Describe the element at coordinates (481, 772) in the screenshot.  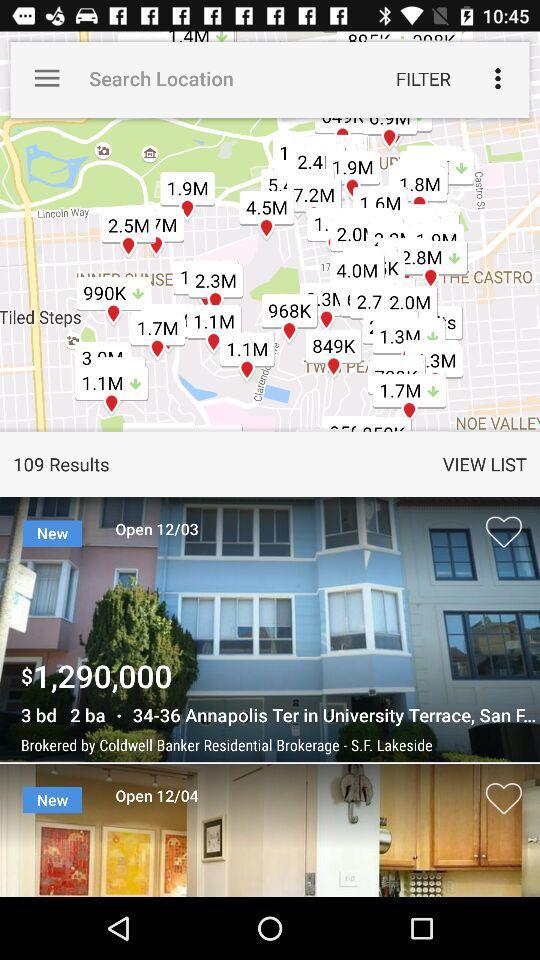
I see `the favorite icon` at that location.